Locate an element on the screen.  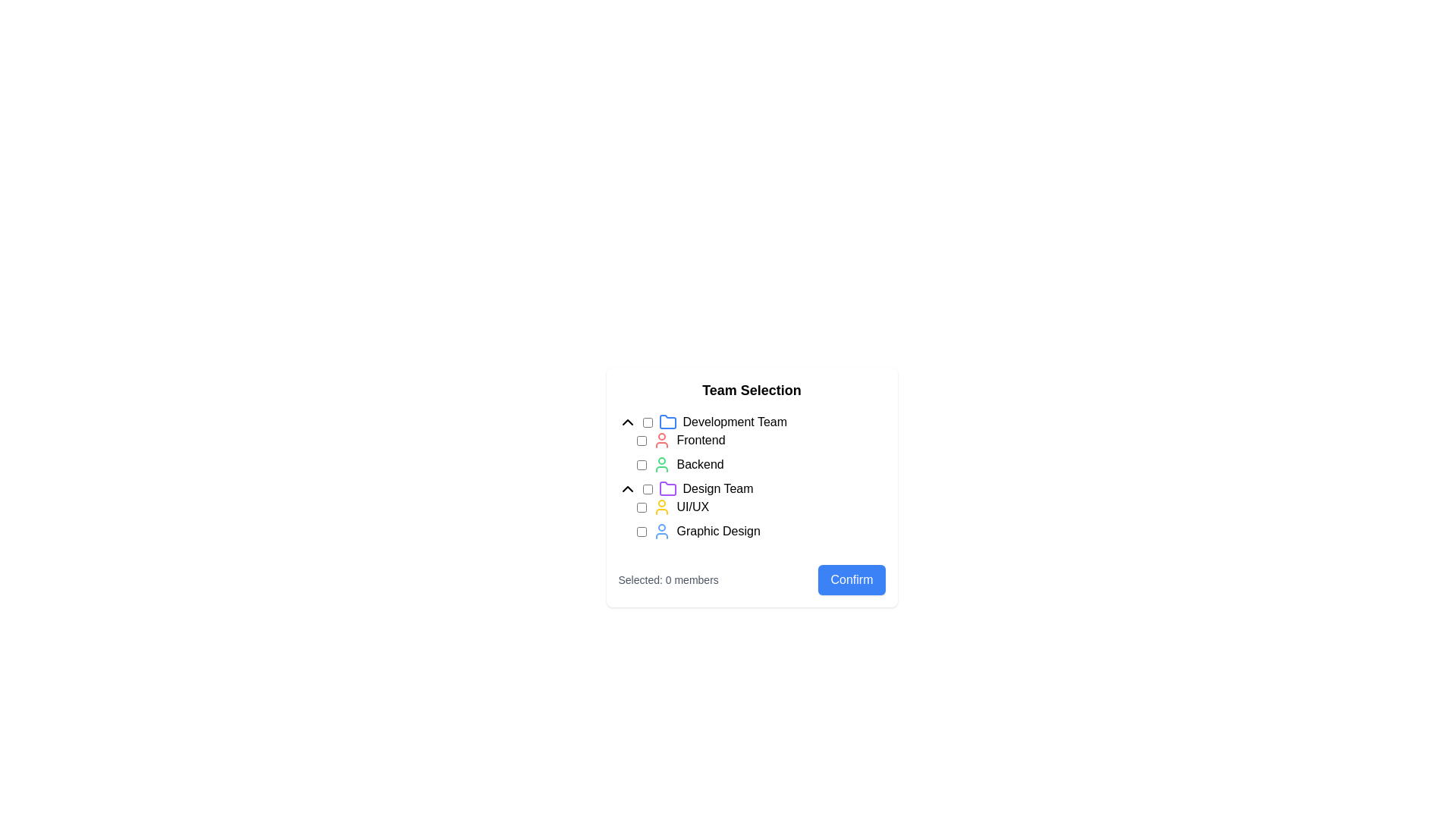
the checkbox located next to the 'Development Team' label is located at coordinates (648, 422).